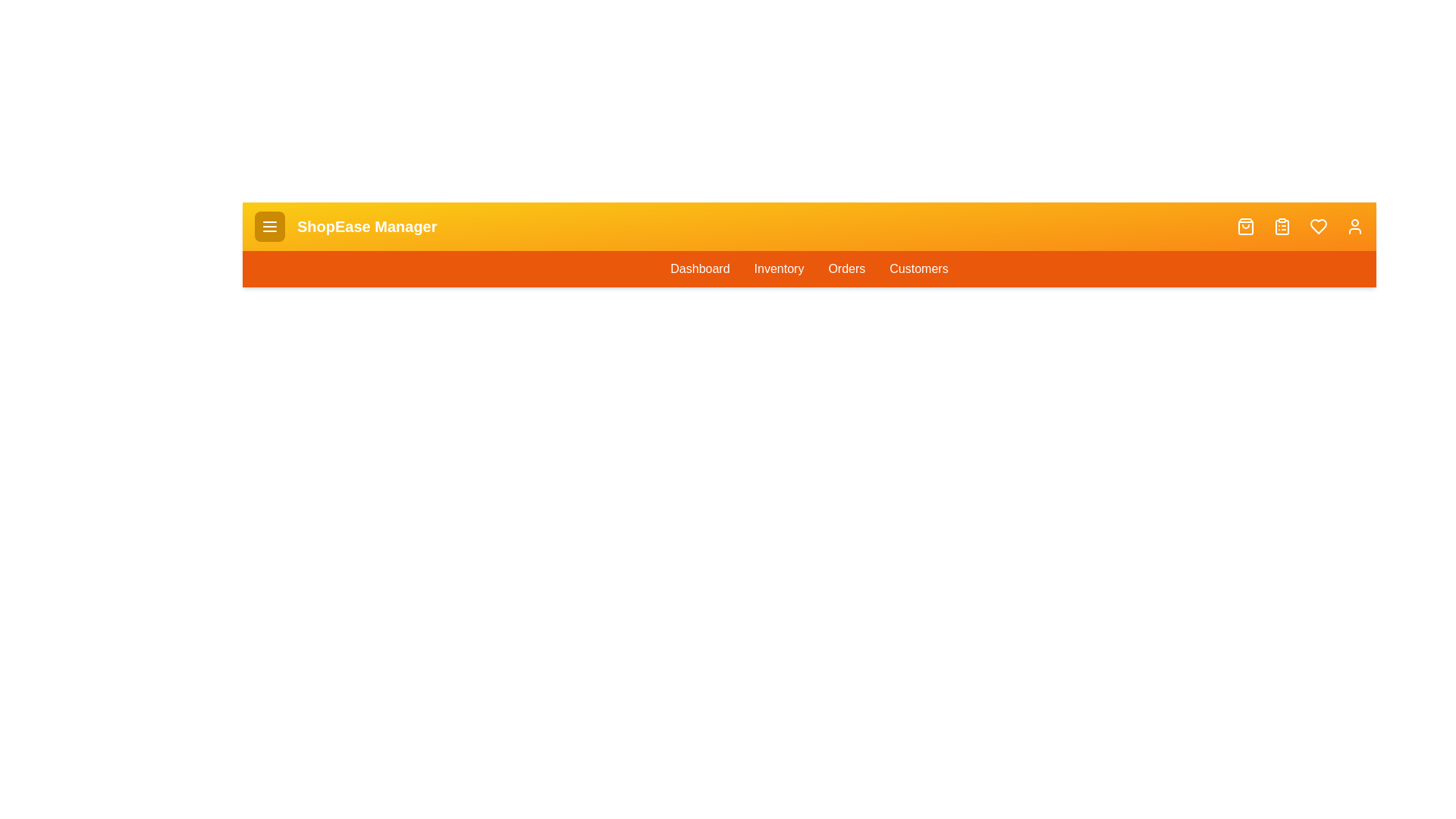 The width and height of the screenshot is (1456, 819). What do you see at coordinates (269, 227) in the screenshot?
I see `the menu_button to observe its hover effect` at bounding box center [269, 227].